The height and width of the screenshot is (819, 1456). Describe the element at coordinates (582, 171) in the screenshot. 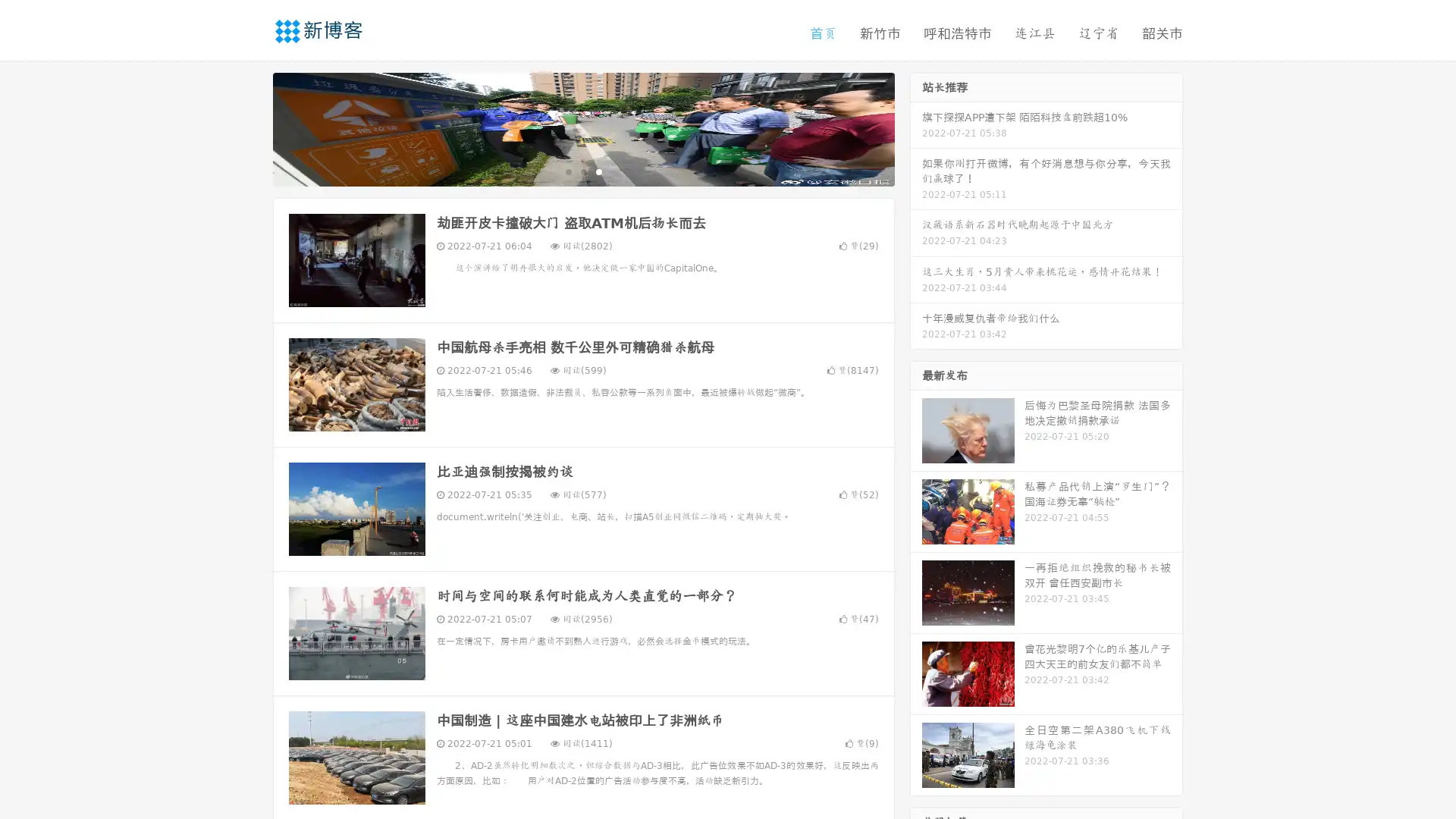

I see `Go to slide 2` at that location.